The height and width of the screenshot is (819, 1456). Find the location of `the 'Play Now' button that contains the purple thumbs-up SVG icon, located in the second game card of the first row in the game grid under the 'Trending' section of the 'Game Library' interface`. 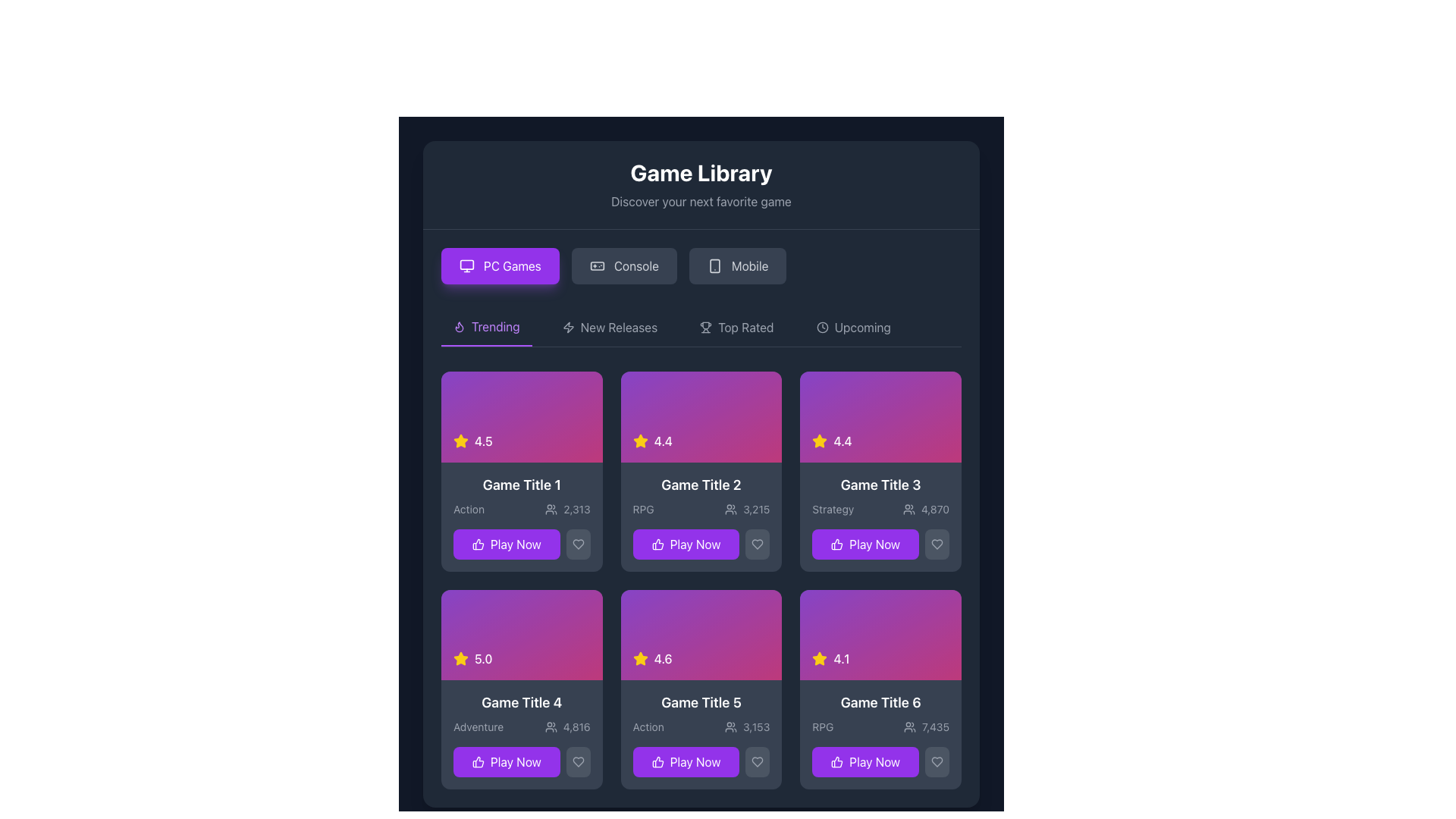

the 'Play Now' button that contains the purple thumbs-up SVG icon, located in the second game card of the first row in the game grid under the 'Trending' section of the 'Game Library' interface is located at coordinates (657, 543).